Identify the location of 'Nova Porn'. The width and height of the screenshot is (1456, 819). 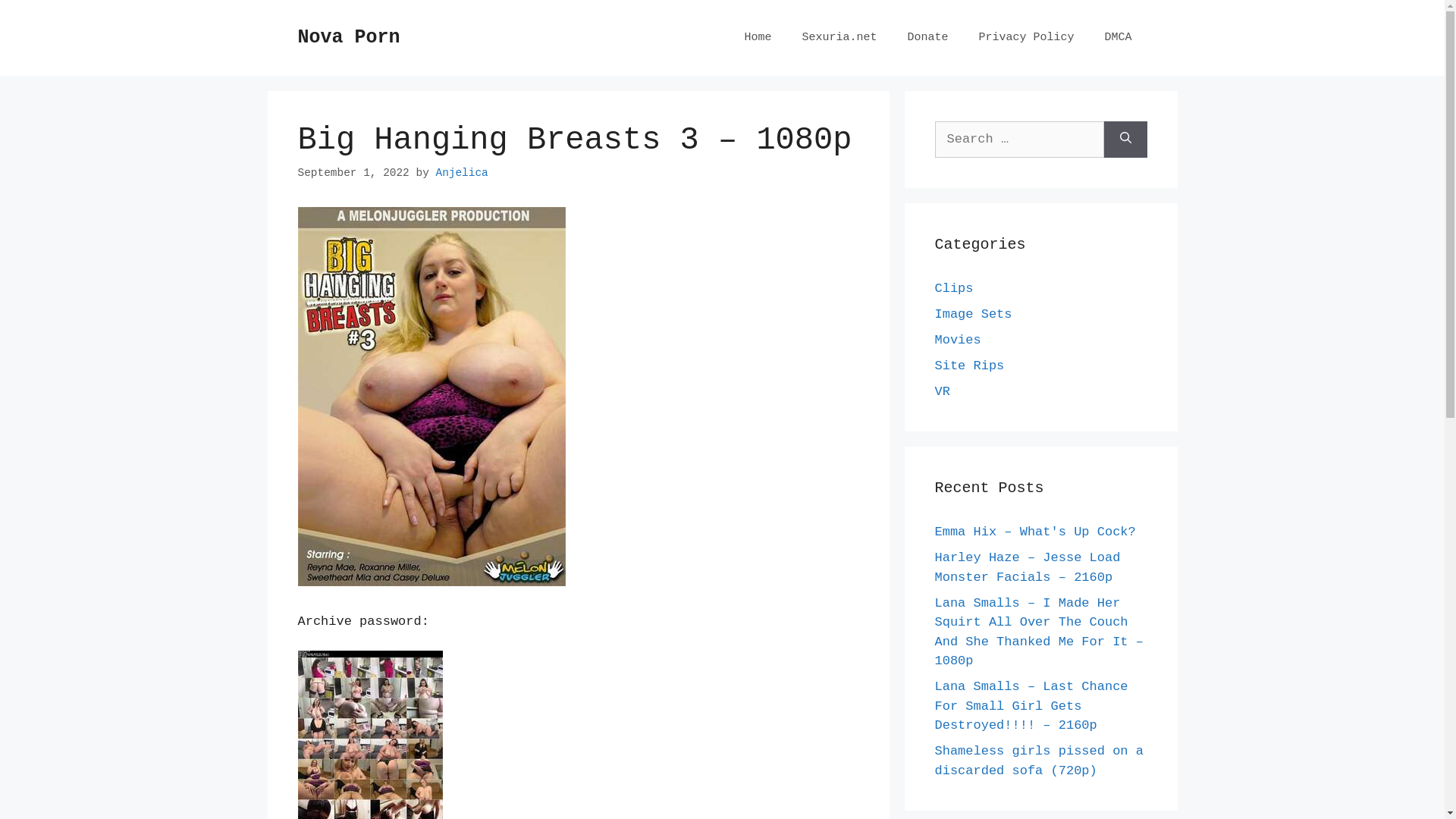
(297, 36).